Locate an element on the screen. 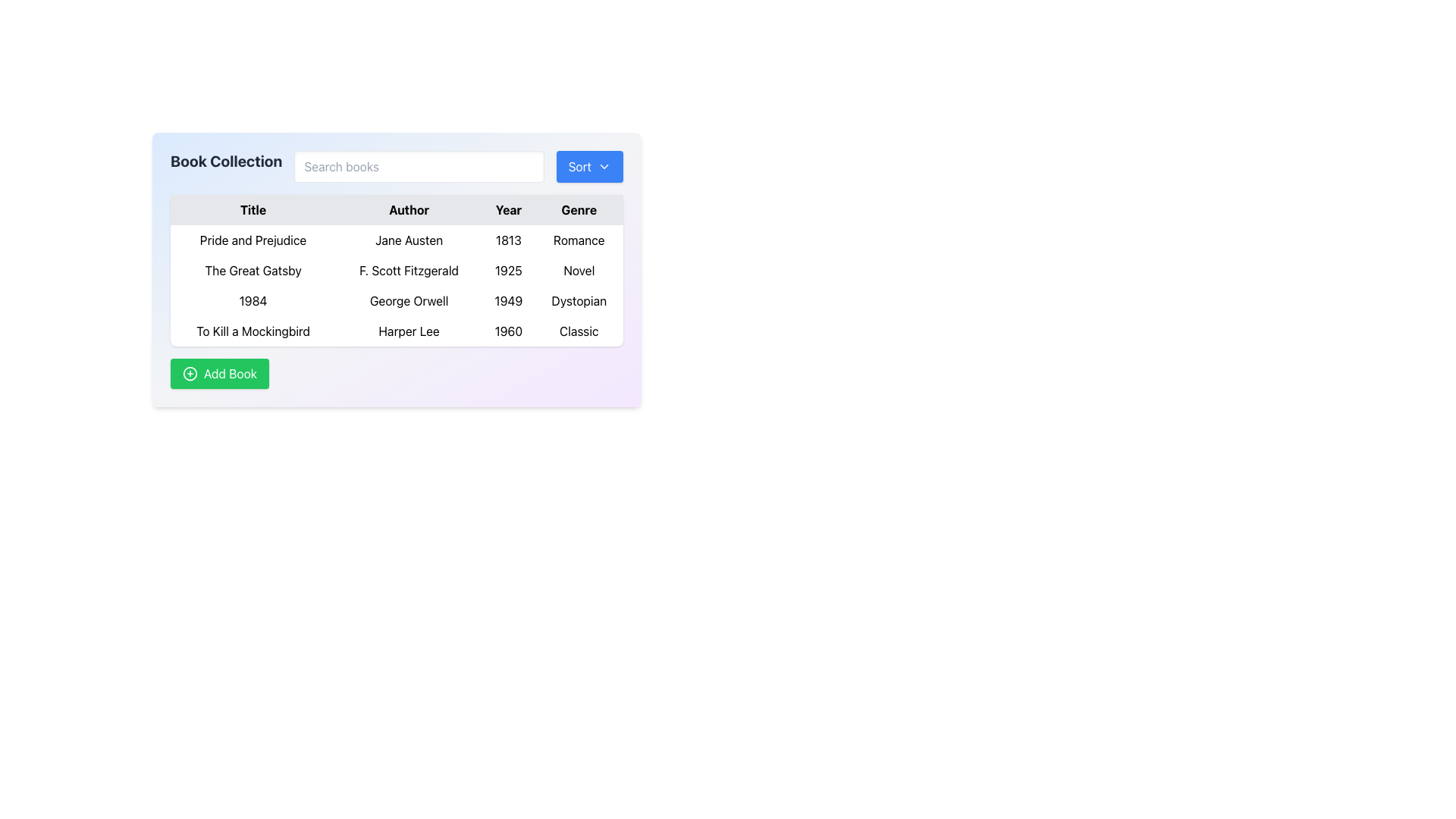 Image resolution: width=1456 pixels, height=819 pixels. the text display indicating the publication year (1813) of the book 'Pride and Prejudice' located in the 'Year' column of the table is located at coordinates (508, 239).